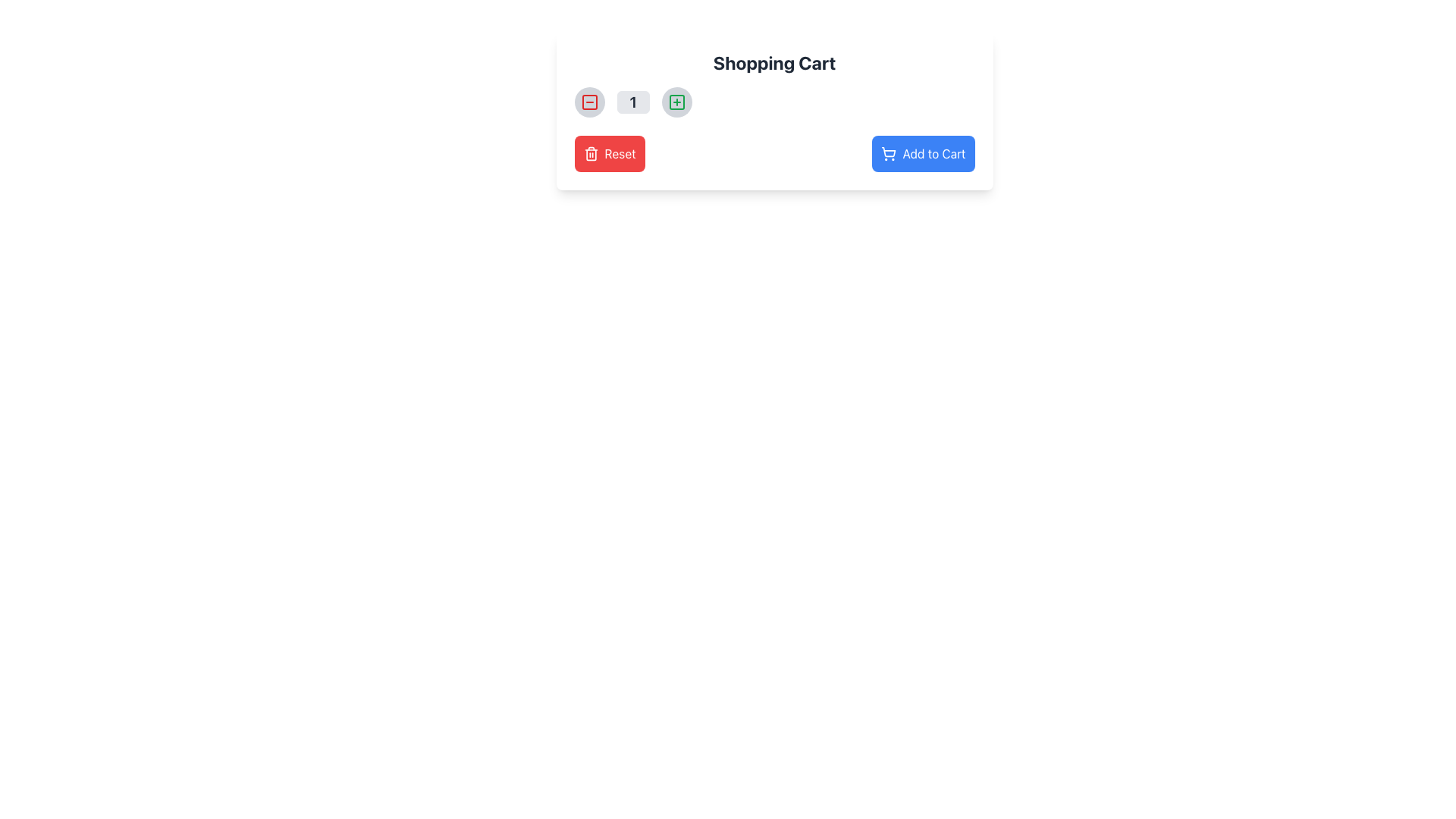 This screenshot has height=819, width=1456. Describe the element at coordinates (588, 102) in the screenshot. I see `the 'decrease quantity' button located to the left of the numeric display in the shopping cart interface` at that location.